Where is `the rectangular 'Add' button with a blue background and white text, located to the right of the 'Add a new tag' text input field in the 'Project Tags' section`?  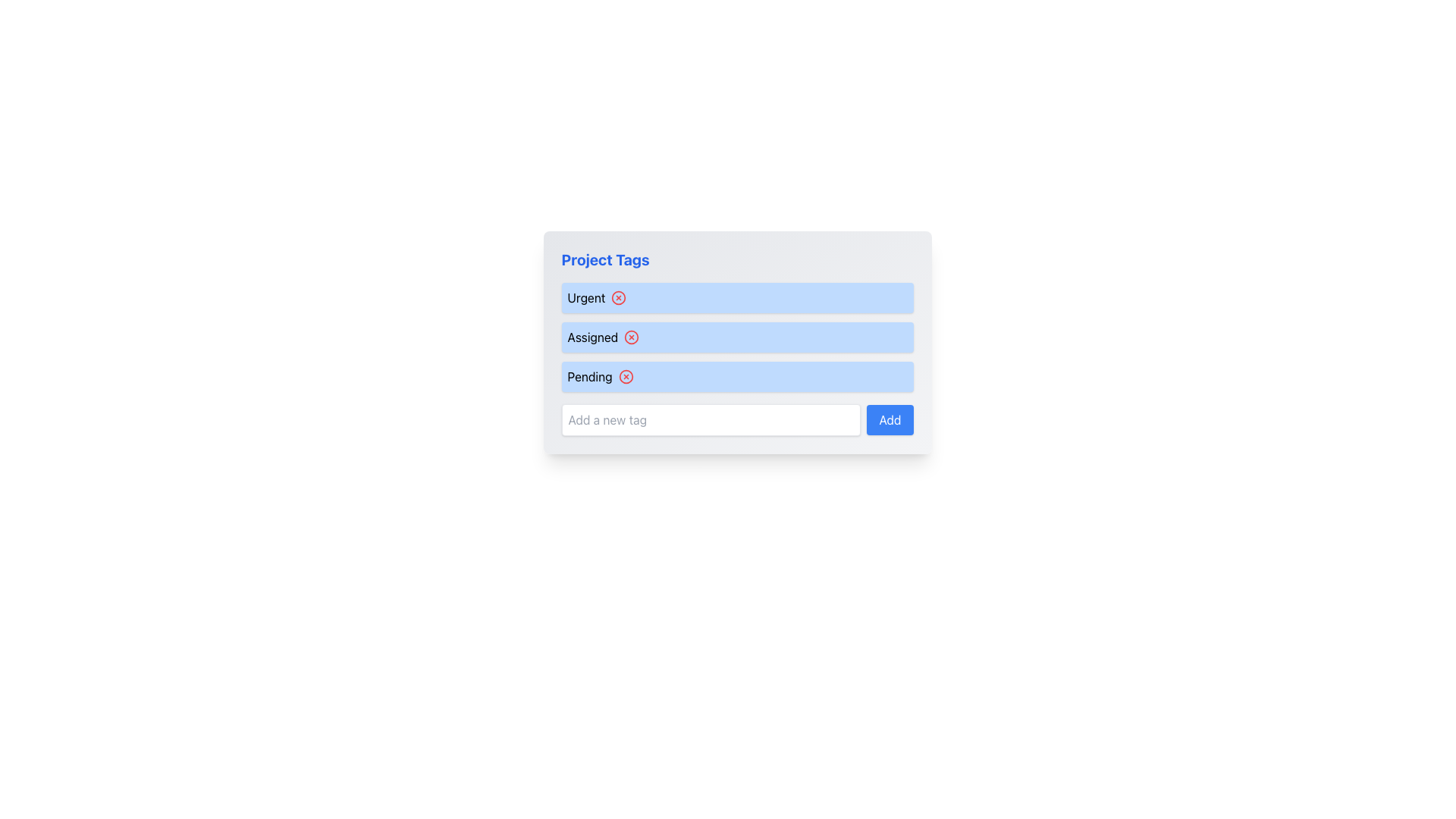
the rectangular 'Add' button with a blue background and white text, located to the right of the 'Add a new tag' text input field in the 'Project Tags' section is located at coordinates (890, 420).